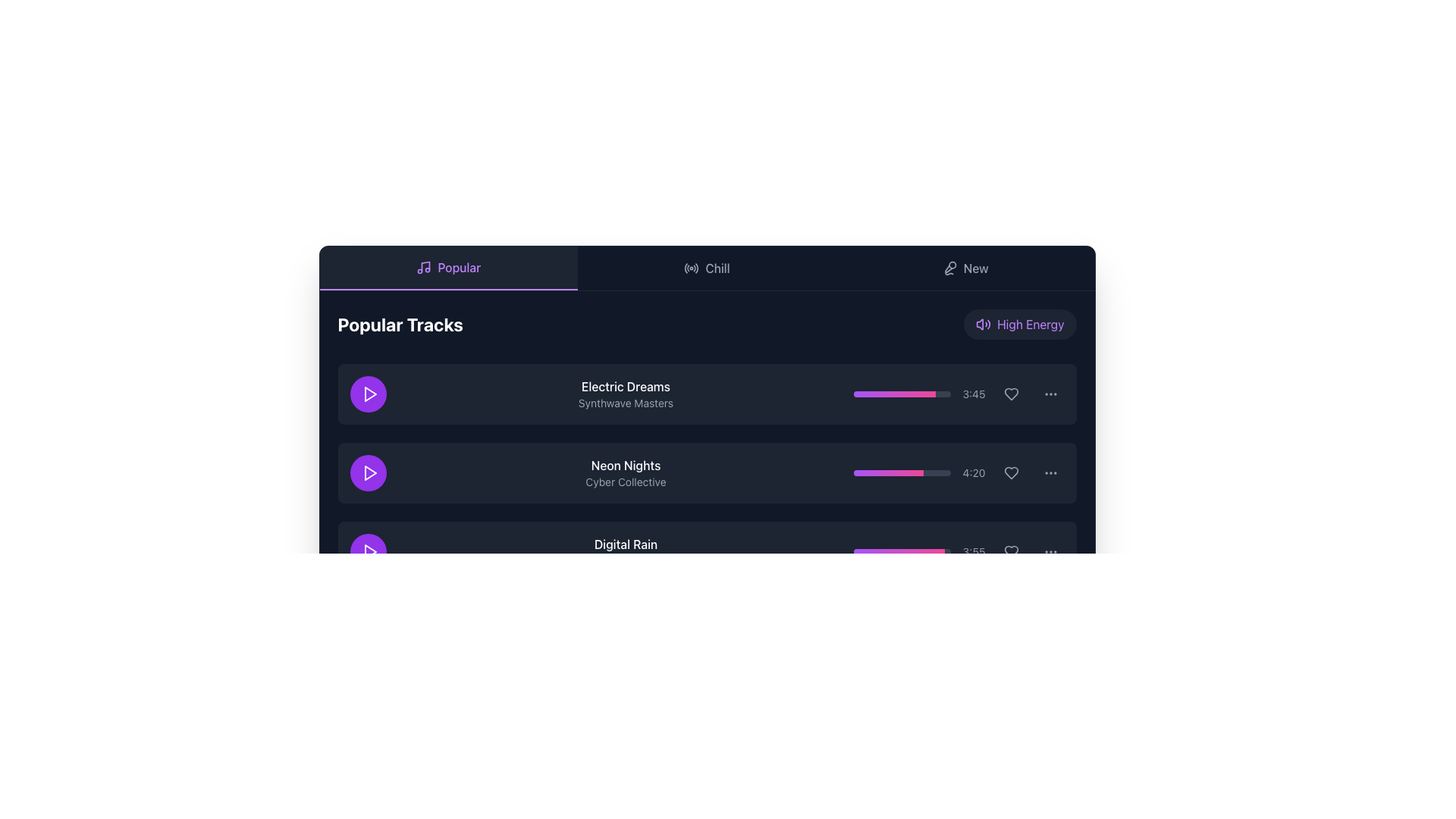  Describe the element at coordinates (424, 267) in the screenshot. I see `the music note icon representing the Popular tab in the navigation bar` at that location.